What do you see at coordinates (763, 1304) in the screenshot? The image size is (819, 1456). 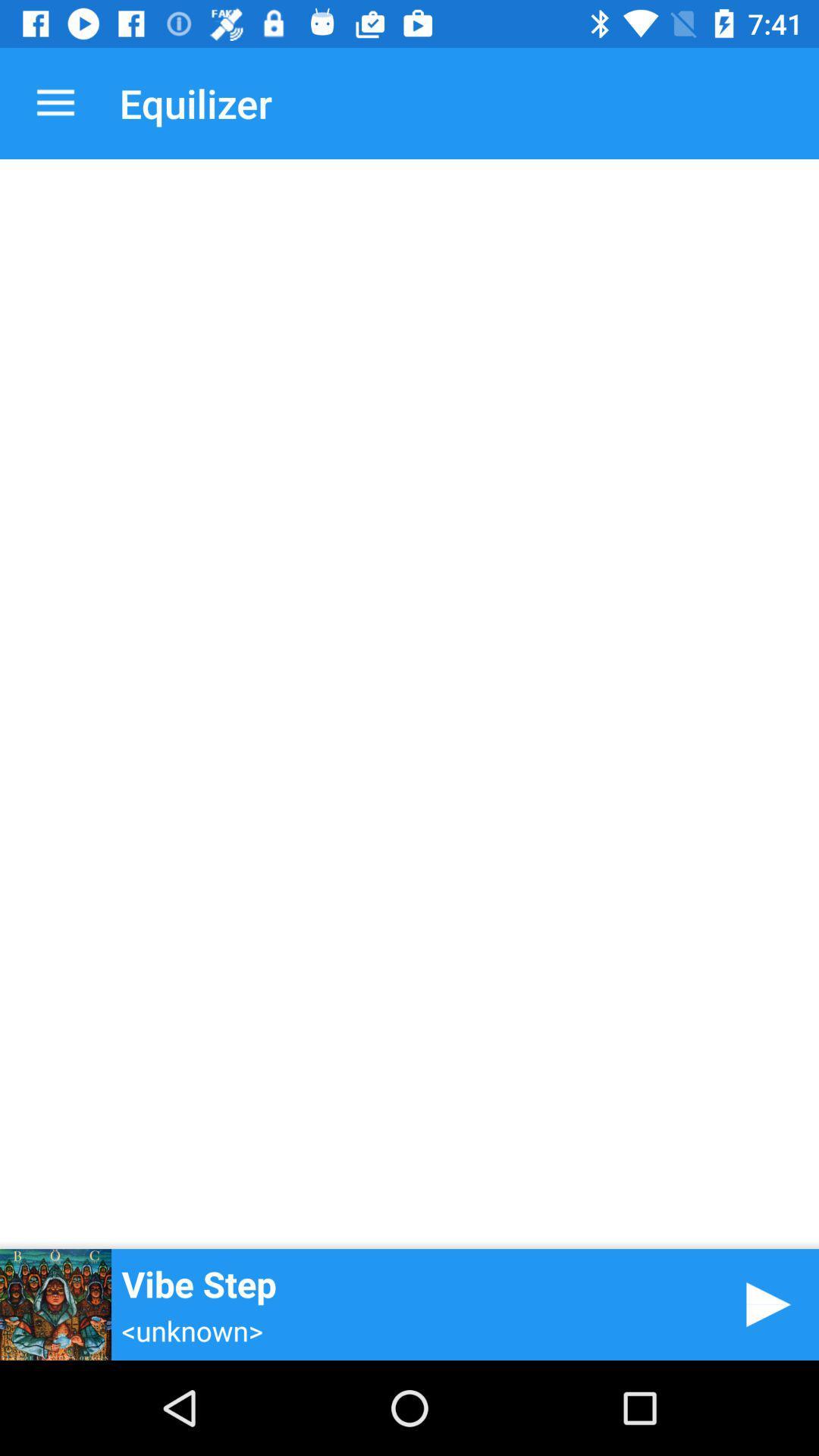 I see `video` at bounding box center [763, 1304].